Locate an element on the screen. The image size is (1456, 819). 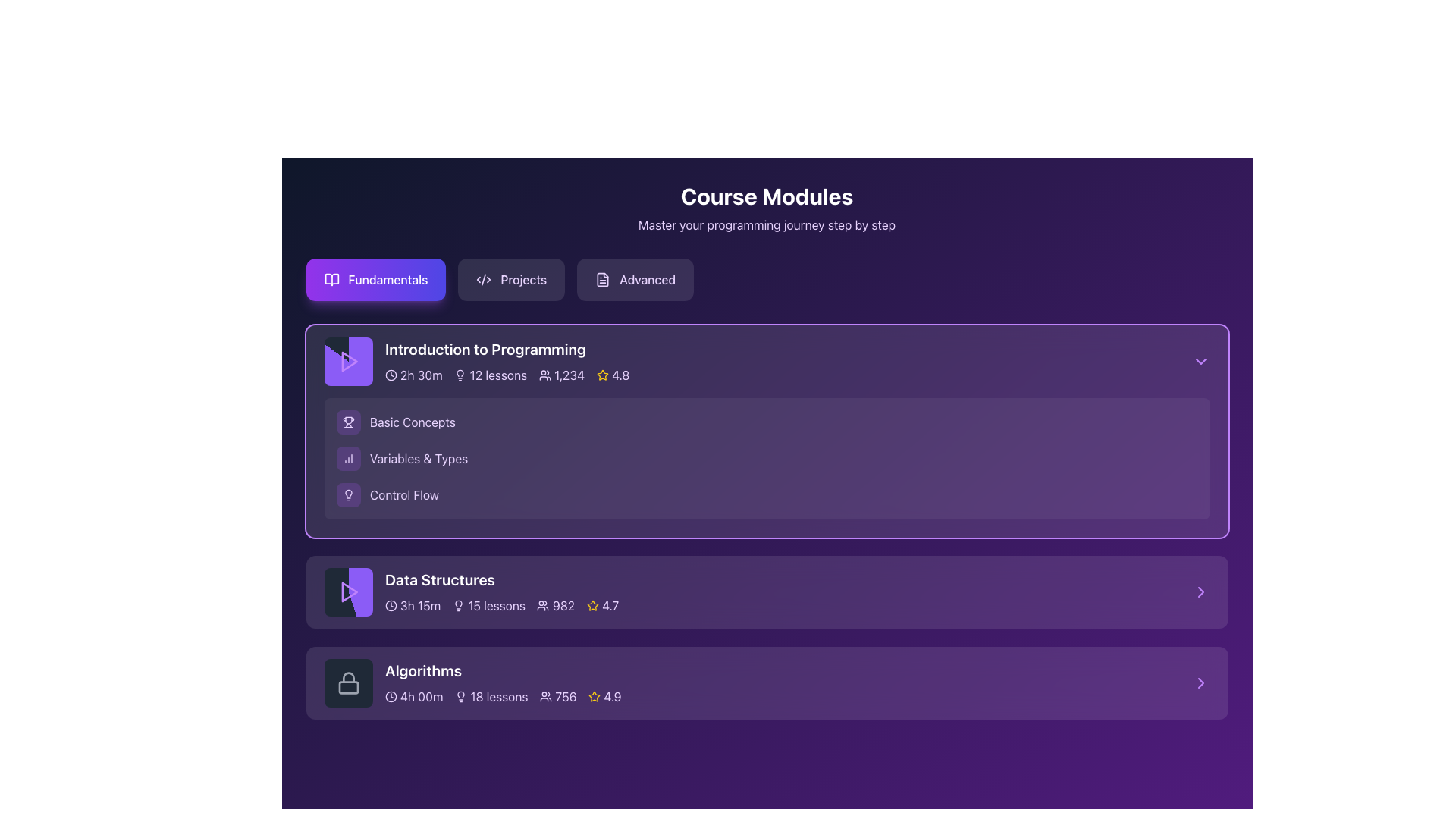
the third Text Label element under the 'Introduction to Programming' course module is located at coordinates (403, 494).